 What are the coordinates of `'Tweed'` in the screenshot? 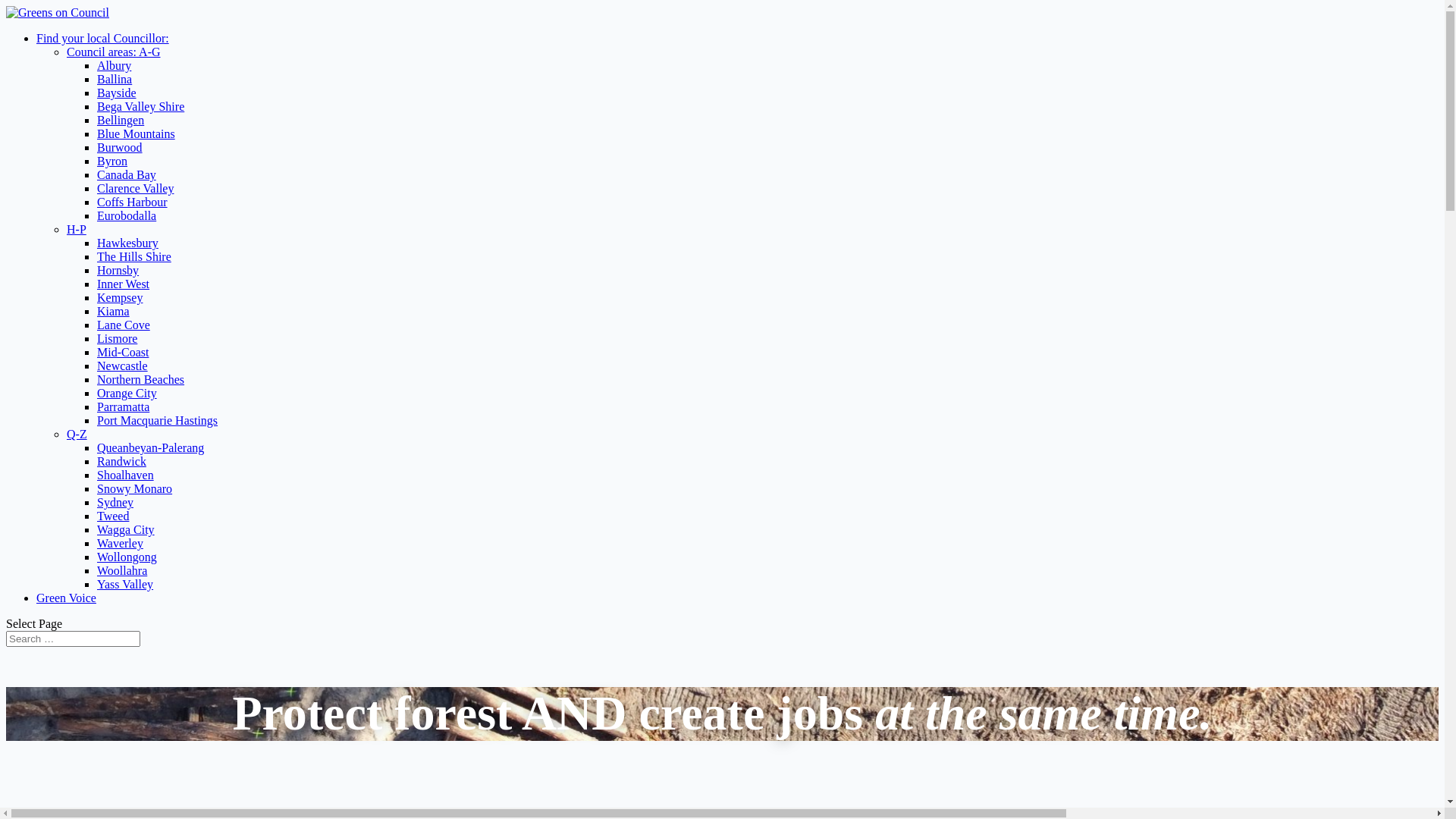 It's located at (111, 515).